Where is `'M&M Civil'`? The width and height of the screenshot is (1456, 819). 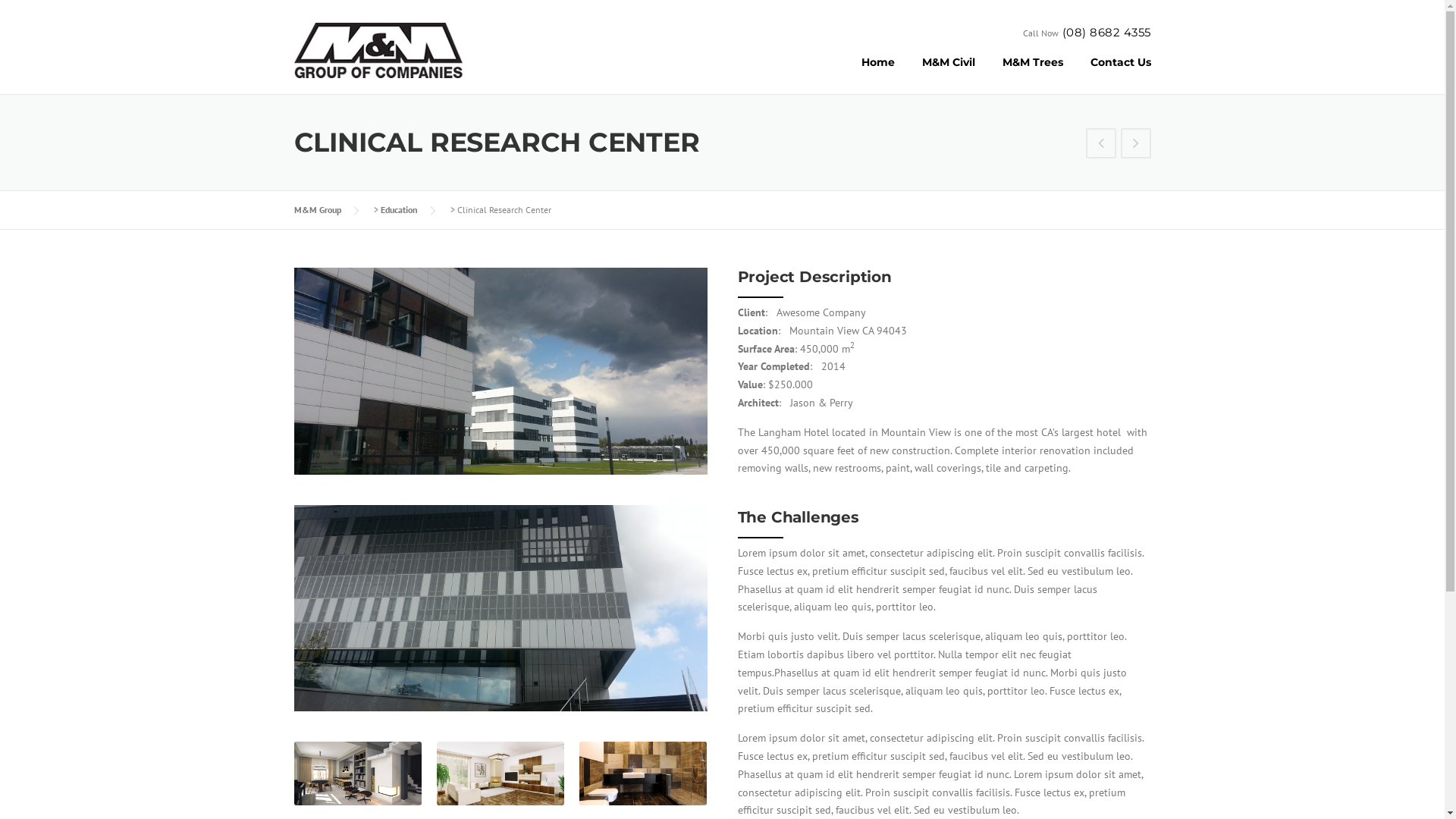 'M&M Civil' is located at coordinates (908, 73).